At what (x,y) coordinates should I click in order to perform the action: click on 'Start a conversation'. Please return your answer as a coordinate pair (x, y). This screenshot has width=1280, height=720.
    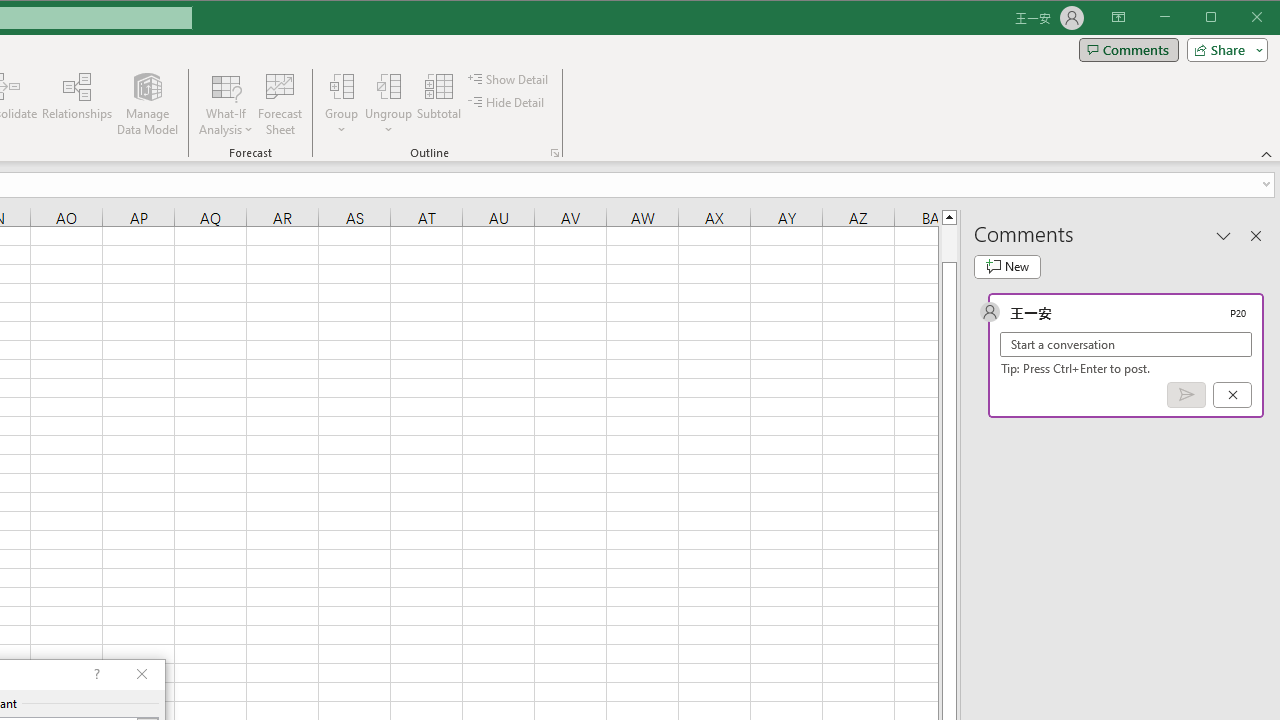
    Looking at the image, I should click on (1126, 343).